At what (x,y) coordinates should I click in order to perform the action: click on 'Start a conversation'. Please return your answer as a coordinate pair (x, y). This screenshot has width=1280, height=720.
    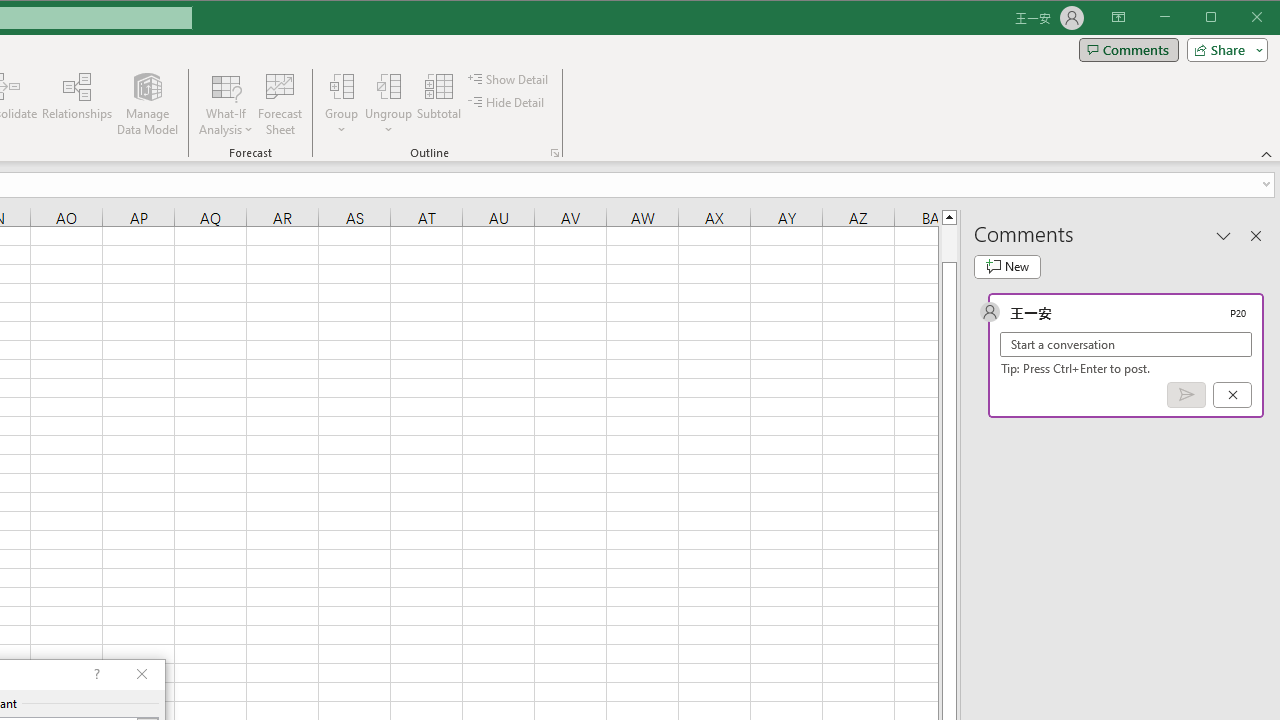
    Looking at the image, I should click on (1126, 343).